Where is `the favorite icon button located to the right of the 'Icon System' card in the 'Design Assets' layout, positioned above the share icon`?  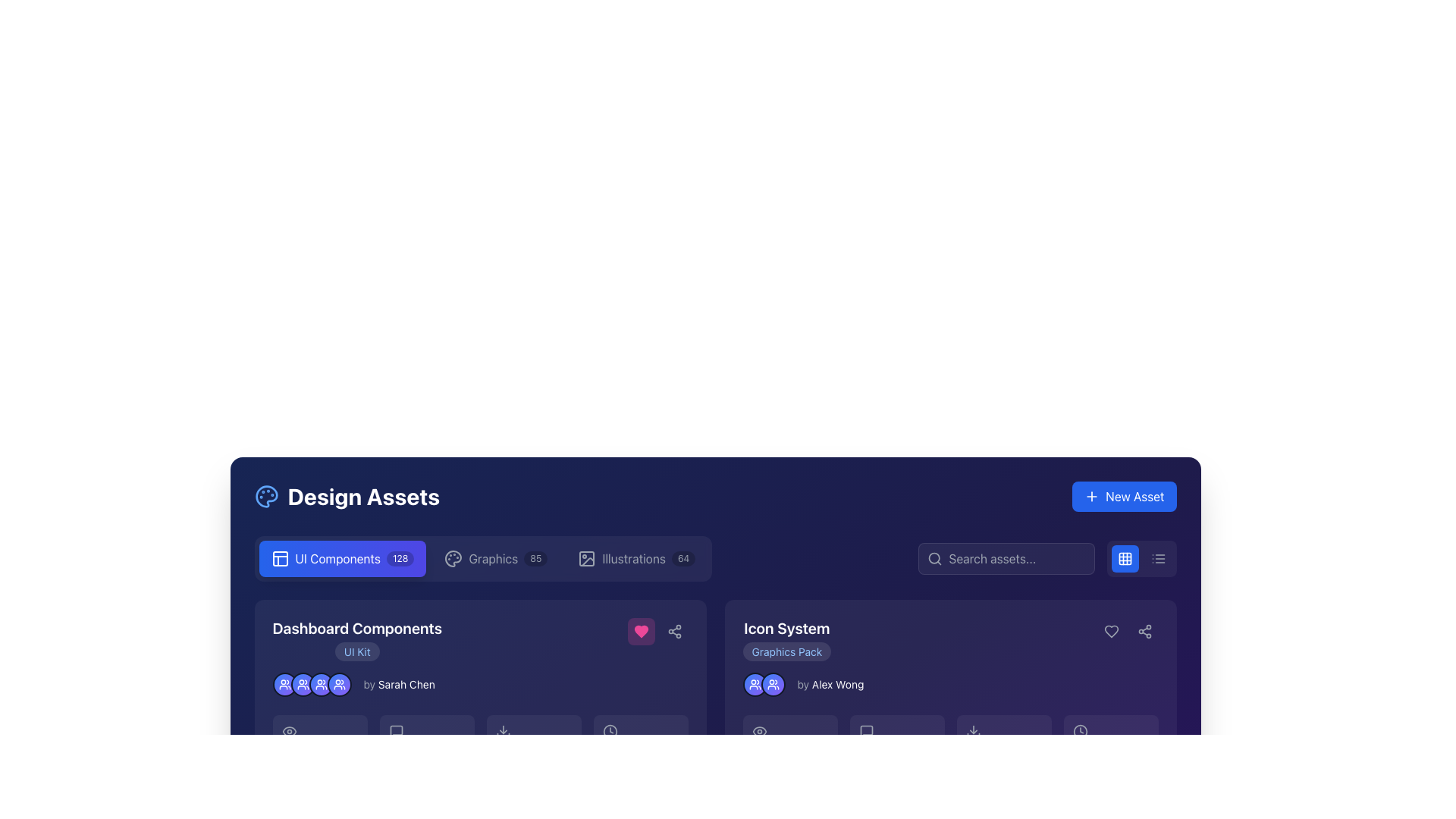
the favorite icon button located to the right of the 'Icon System' card in the 'Design Assets' layout, positioned above the share icon is located at coordinates (1111, 632).